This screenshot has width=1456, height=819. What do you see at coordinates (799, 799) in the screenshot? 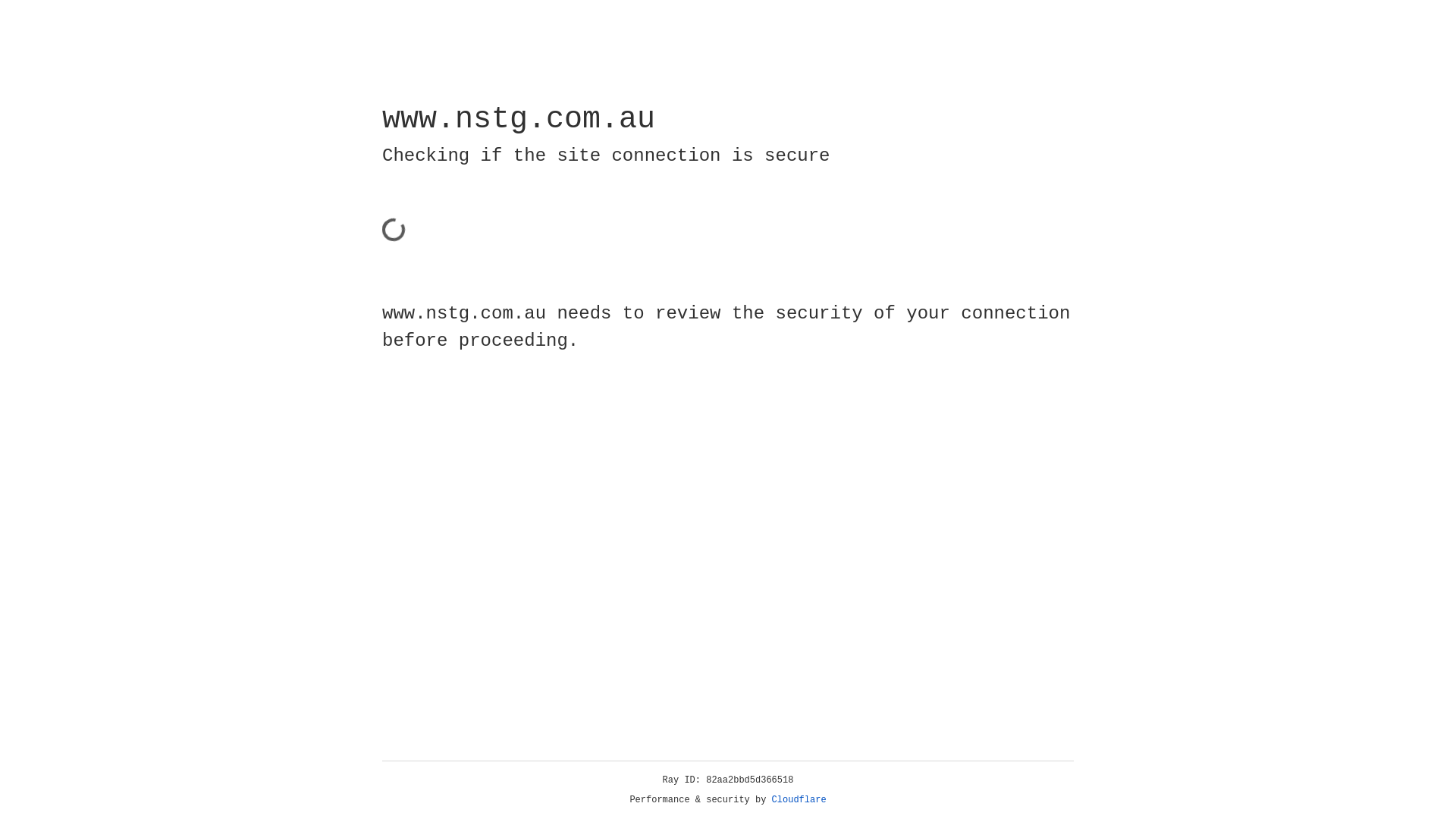
I see `'Cloudflare'` at bounding box center [799, 799].